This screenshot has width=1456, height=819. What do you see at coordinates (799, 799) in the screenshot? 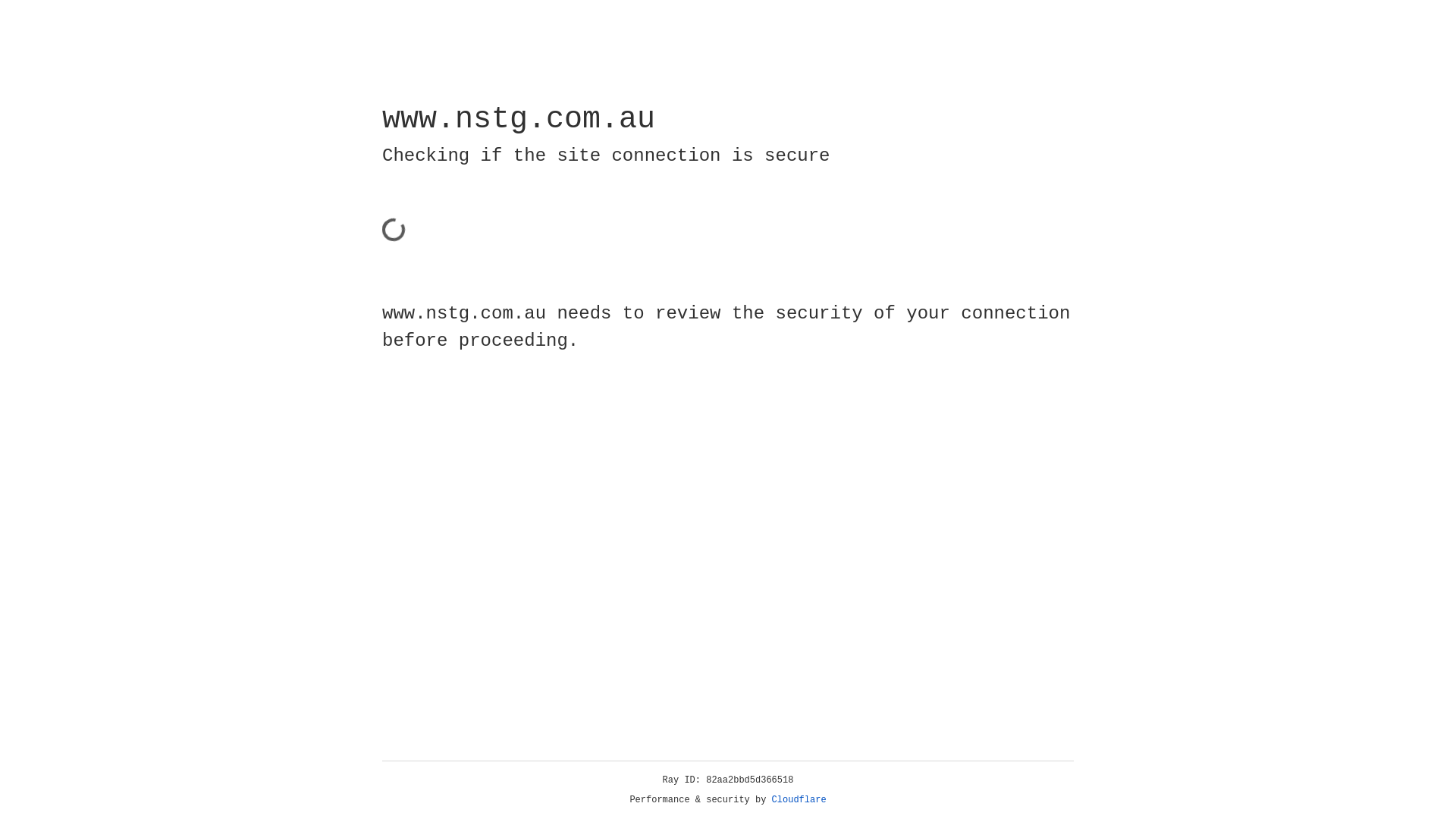
I see `'Cloudflare'` at bounding box center [799, 799].